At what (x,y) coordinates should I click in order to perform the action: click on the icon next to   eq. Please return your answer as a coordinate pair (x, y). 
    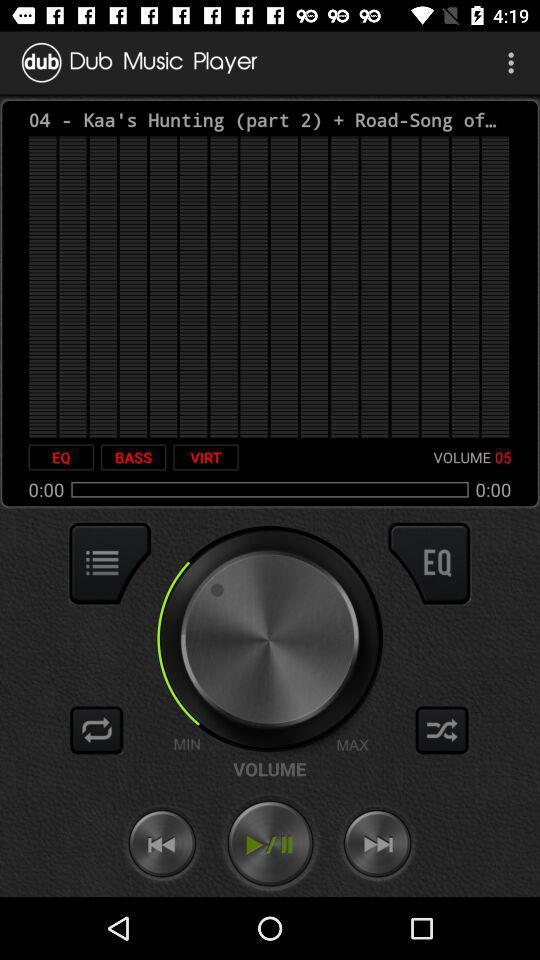
    Looking at the image, I should click on (133, 457).